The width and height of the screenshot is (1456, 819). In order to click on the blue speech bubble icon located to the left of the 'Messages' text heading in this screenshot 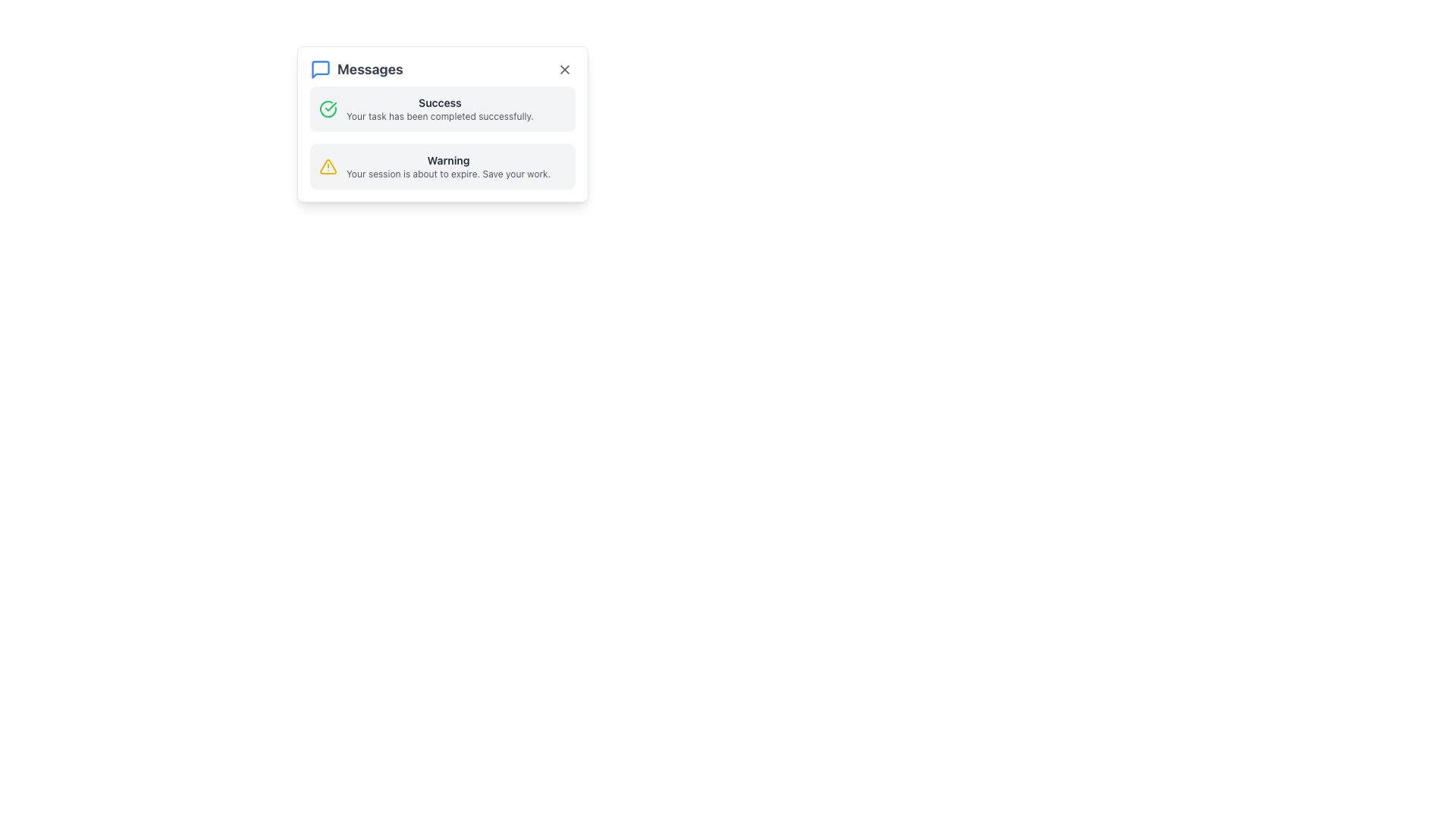, I will do `click(319, 70)`.